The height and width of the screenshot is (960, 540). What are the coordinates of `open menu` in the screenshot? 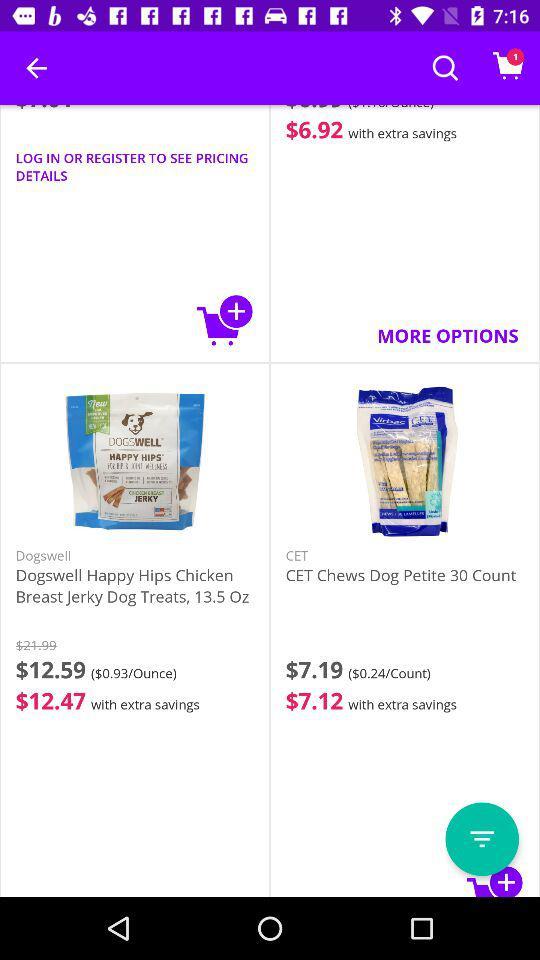 It's located at (481, 839).